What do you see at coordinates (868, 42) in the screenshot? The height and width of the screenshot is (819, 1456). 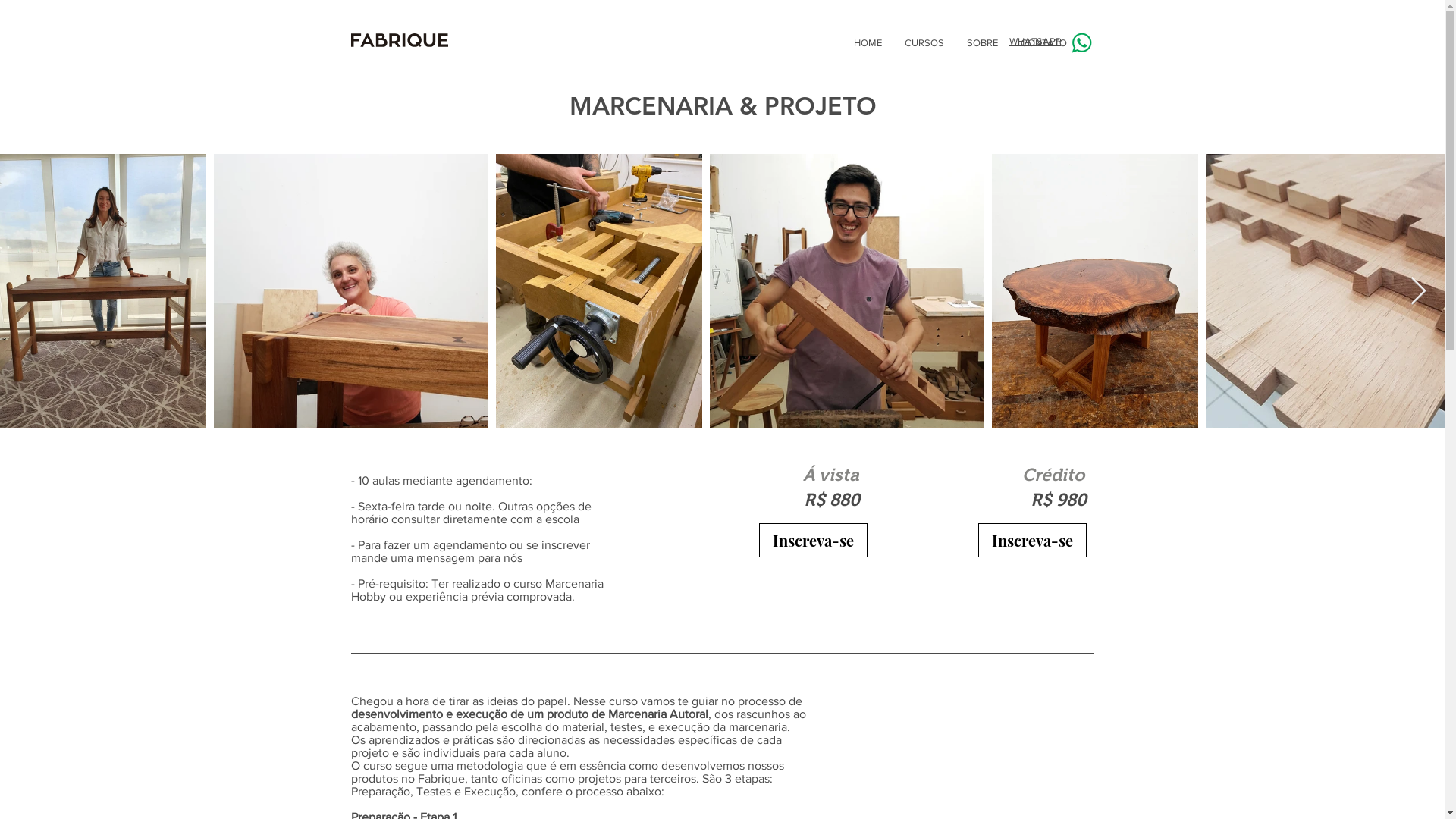 I see `'HOME'` at bounding box center [868, 42].